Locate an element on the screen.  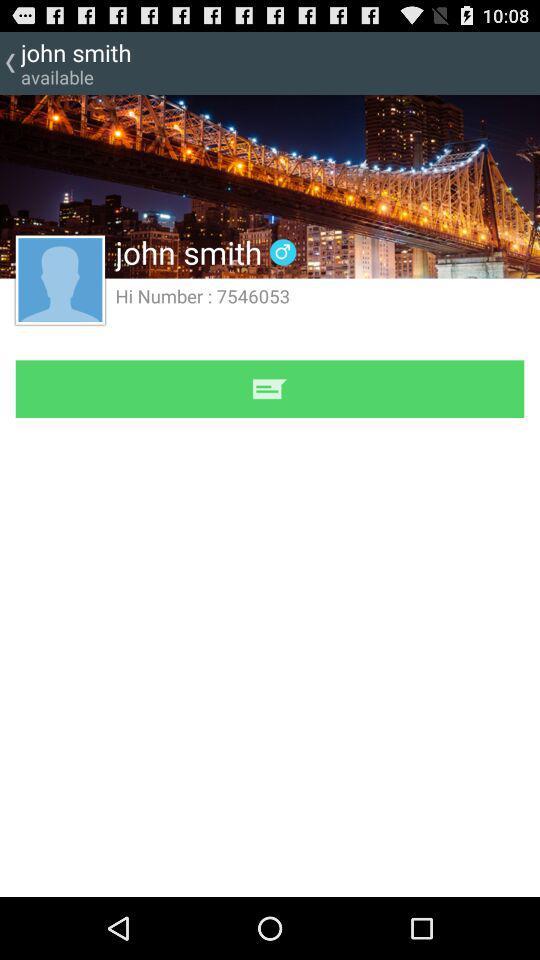
icon at the center is located at coordinates (270, 387).